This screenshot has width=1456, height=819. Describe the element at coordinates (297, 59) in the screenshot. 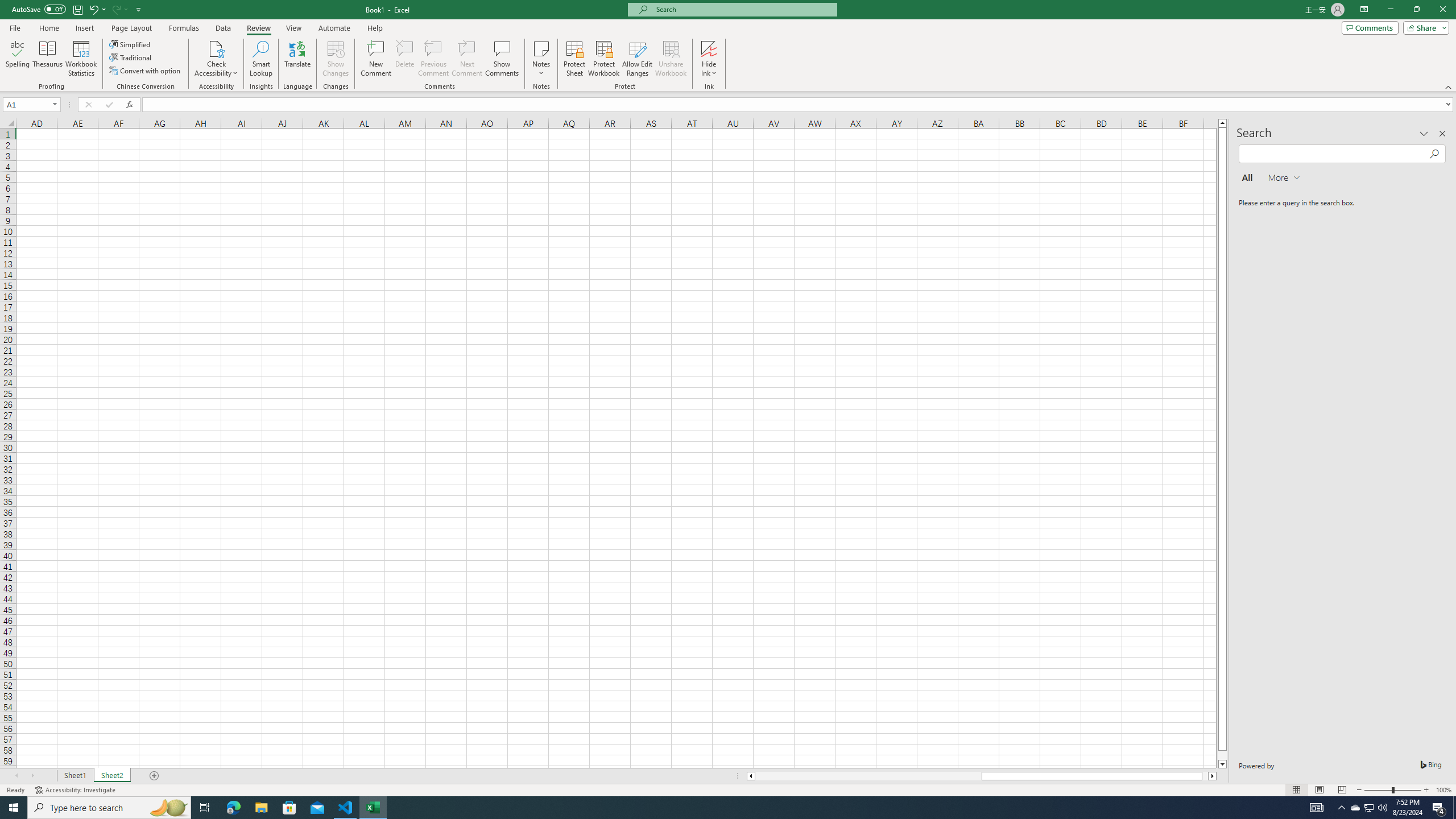

I see `'Translate'` at that location.